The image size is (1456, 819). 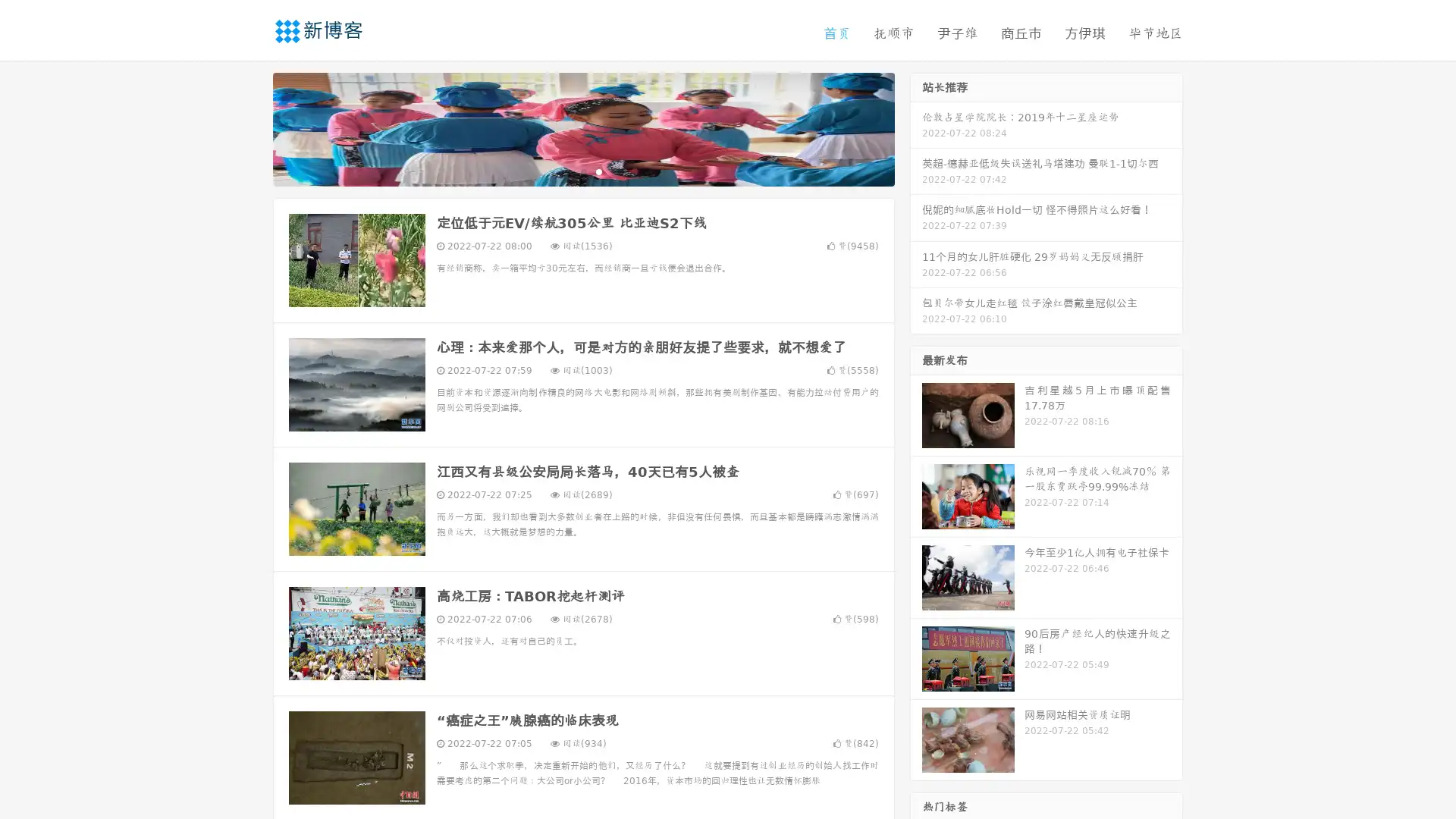 What do you see at coordinates (567, 171) in the screenshot?
I see `Go to slide 1` at bounding box center [567, 171].